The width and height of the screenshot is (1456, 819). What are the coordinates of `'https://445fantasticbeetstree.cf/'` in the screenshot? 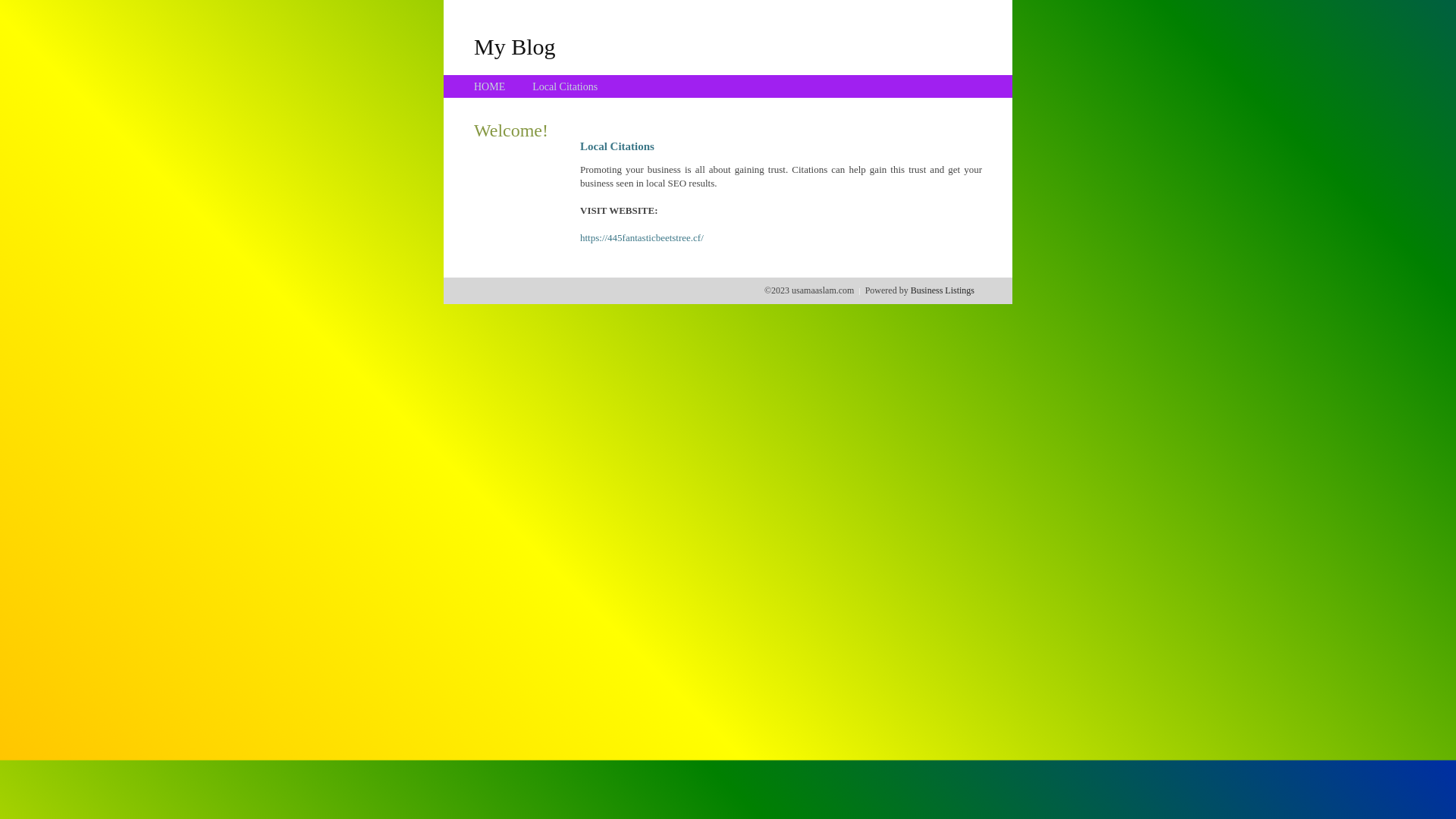 It's located at (642, 237).